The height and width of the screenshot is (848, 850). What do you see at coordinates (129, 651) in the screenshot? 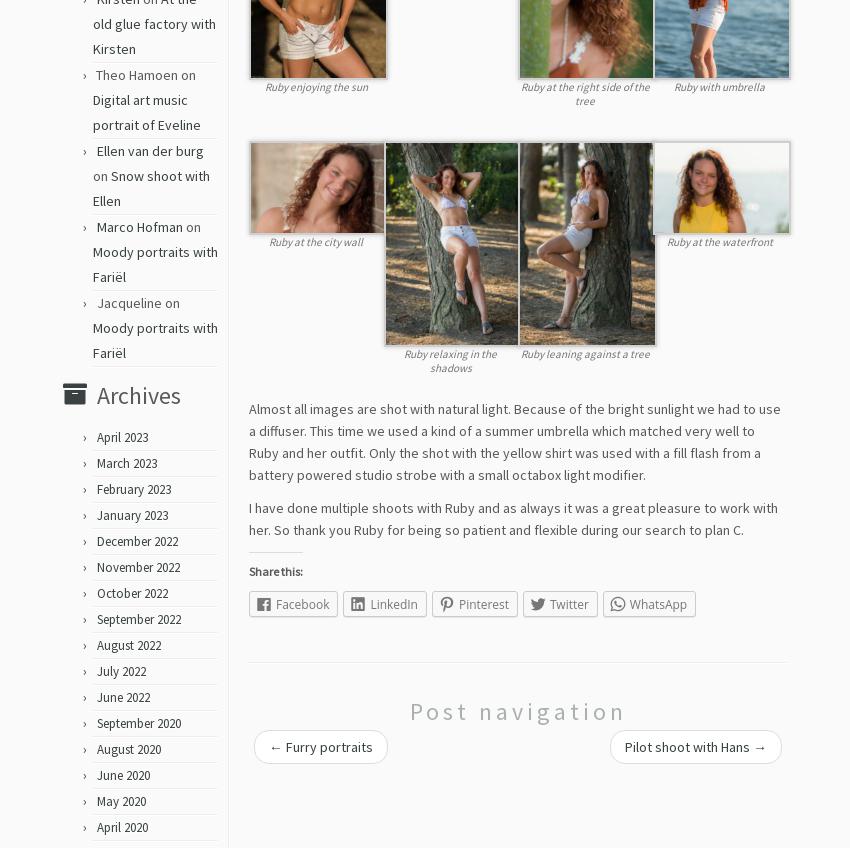
I see `'August 2022'` at bounding box center [129, 651].